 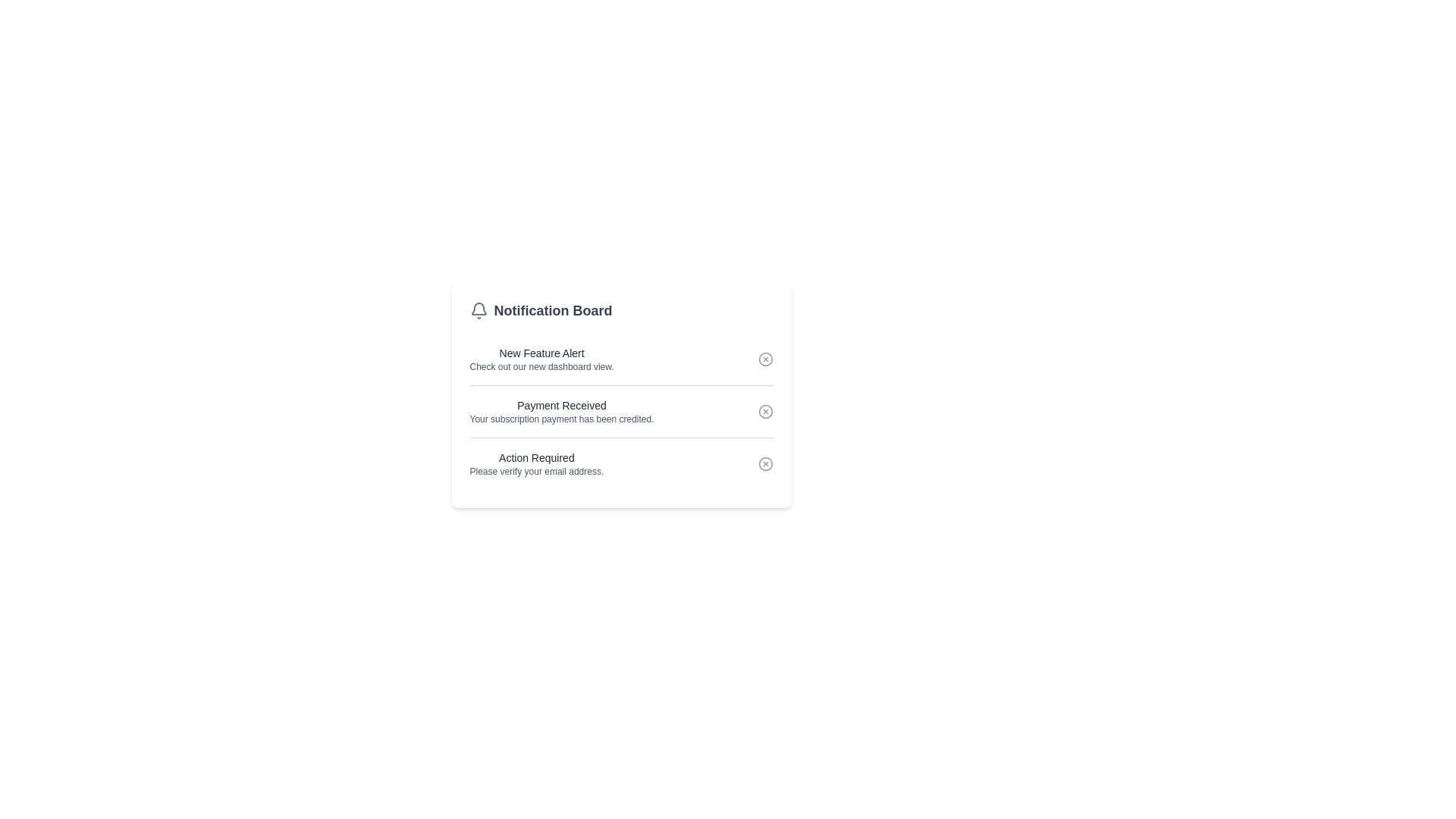 What do you see at coordinates (541, 359) in the screenshot?
I see `the first notification text block in the Notification Board that informs users about the new dashboard view` at bounding box center [541, 359].